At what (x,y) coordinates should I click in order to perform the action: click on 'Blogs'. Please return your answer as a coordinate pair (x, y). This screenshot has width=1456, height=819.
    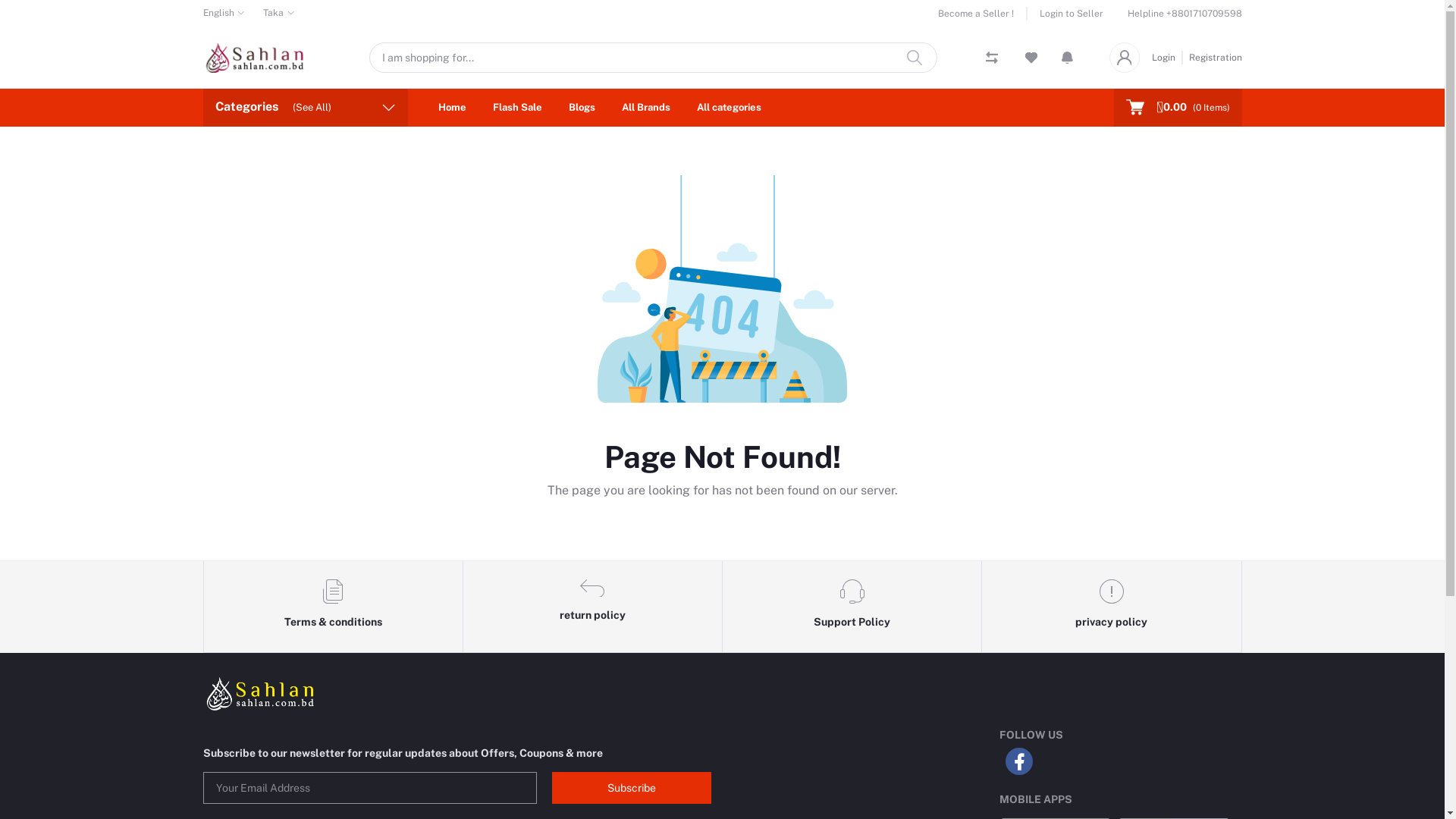
    Looking at the image, I should click on (581, 107).